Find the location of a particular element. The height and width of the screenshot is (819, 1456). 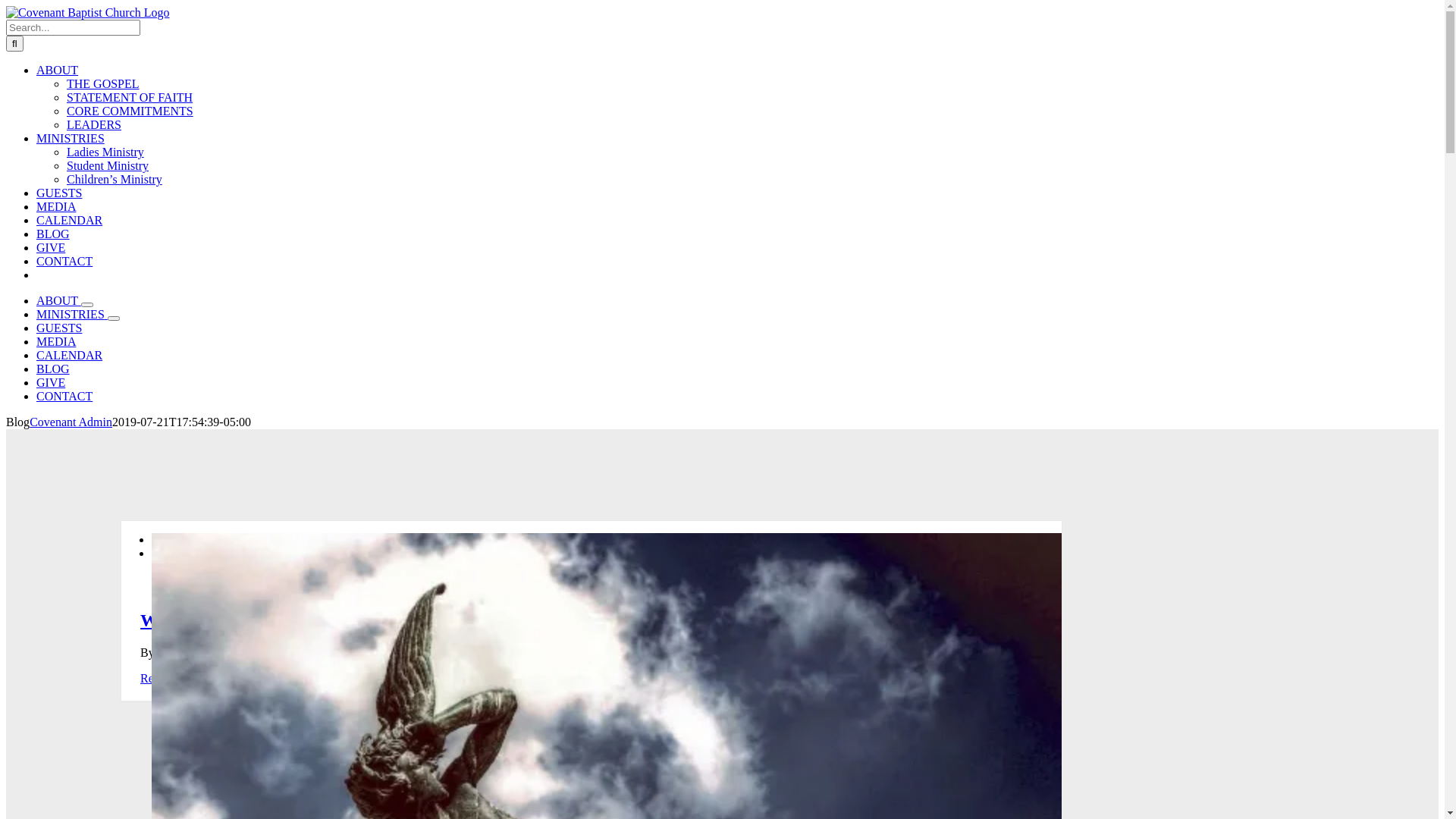

'MEDIA' is located at coordinates (36, 206).